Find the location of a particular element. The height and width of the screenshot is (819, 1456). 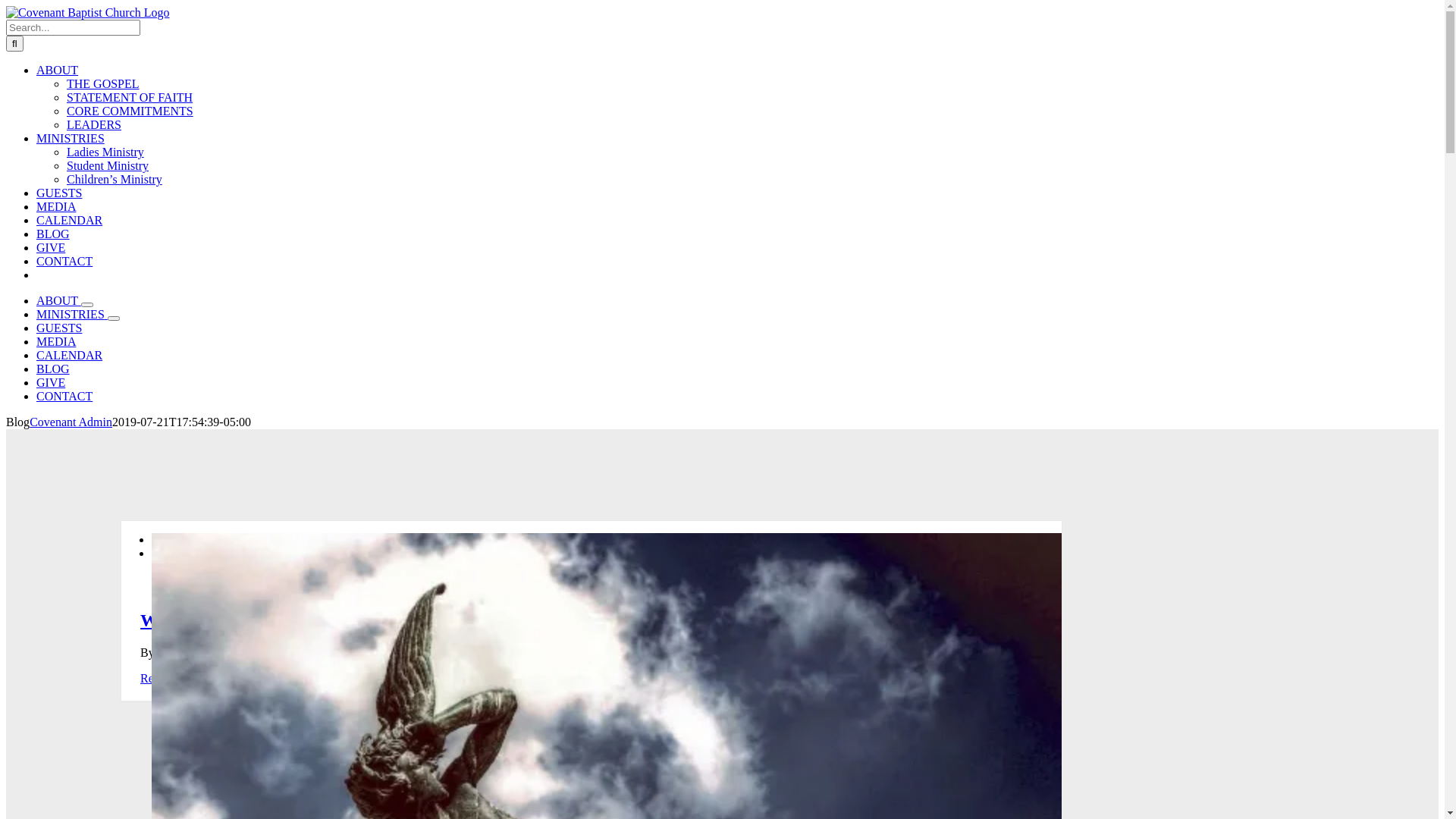

'MEDIA' is located at coordinates (36, 206).